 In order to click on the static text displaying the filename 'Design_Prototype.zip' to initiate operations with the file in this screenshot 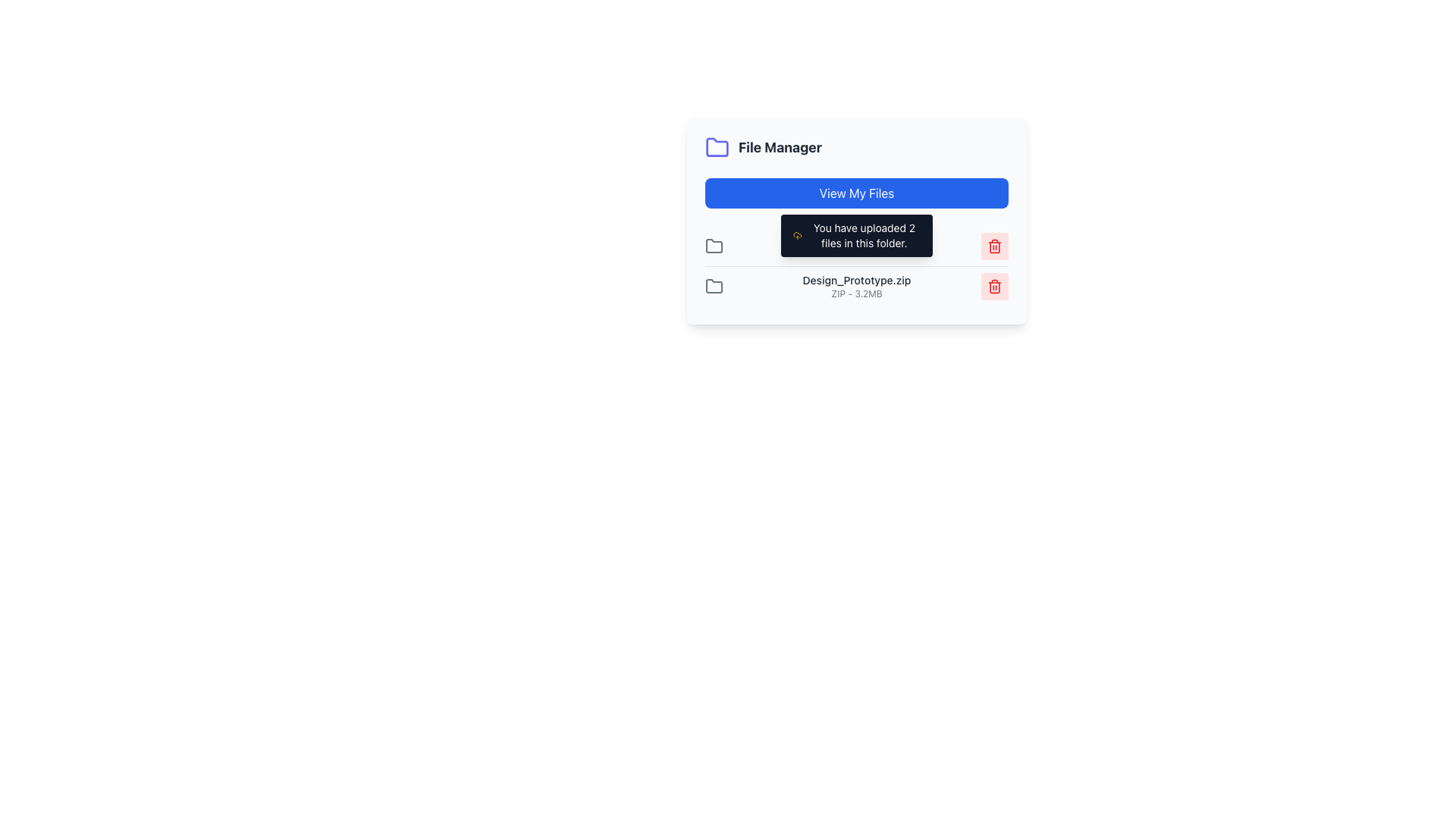, I will do `click(856, 287)`.